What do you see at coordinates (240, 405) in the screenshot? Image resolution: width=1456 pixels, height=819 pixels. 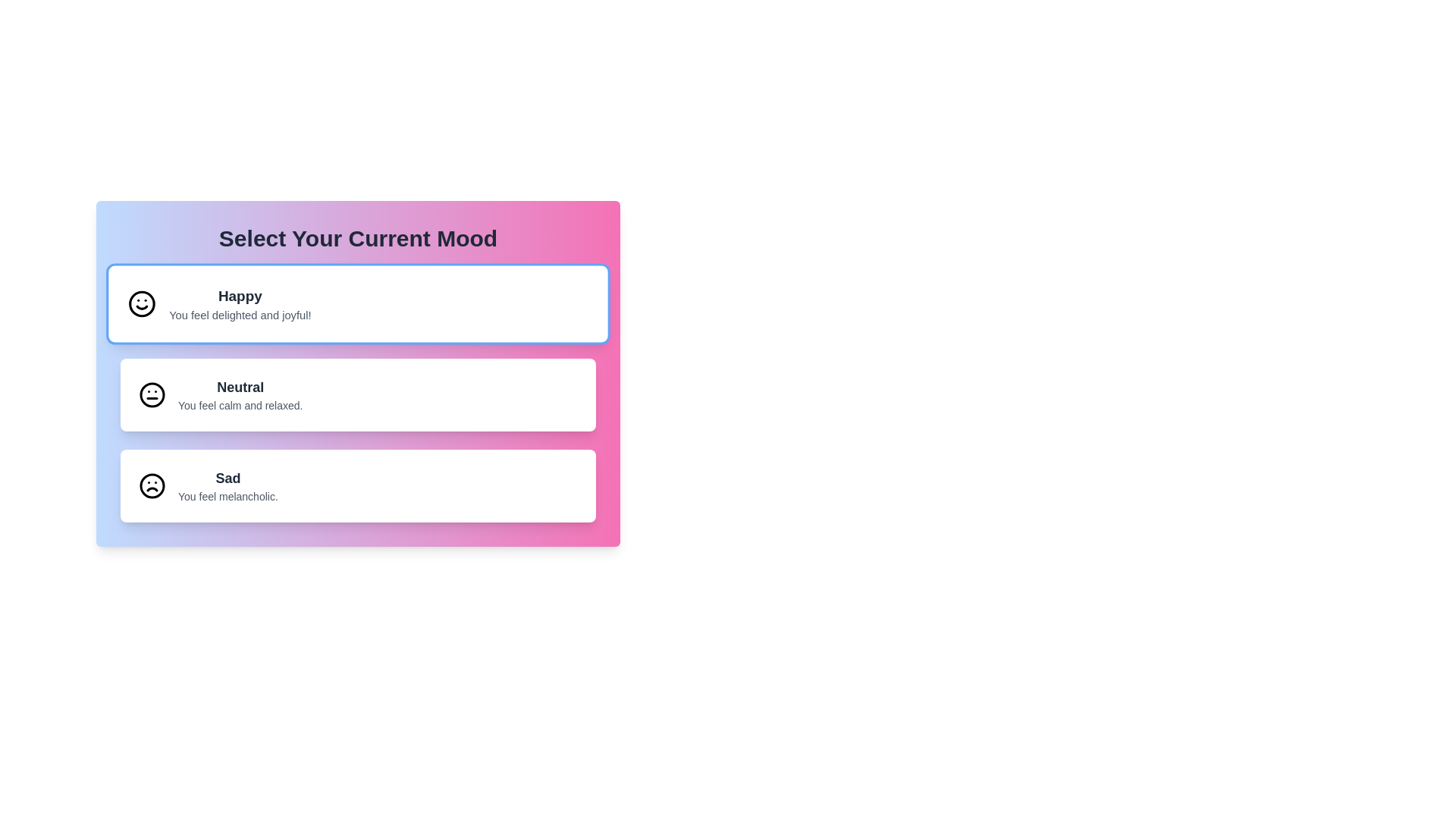 I see `the text node displaying the phrase 'You feel calm and relaxed.' which is a subordinate description under the title 'Neutral'` at bounding box center [240, 405].